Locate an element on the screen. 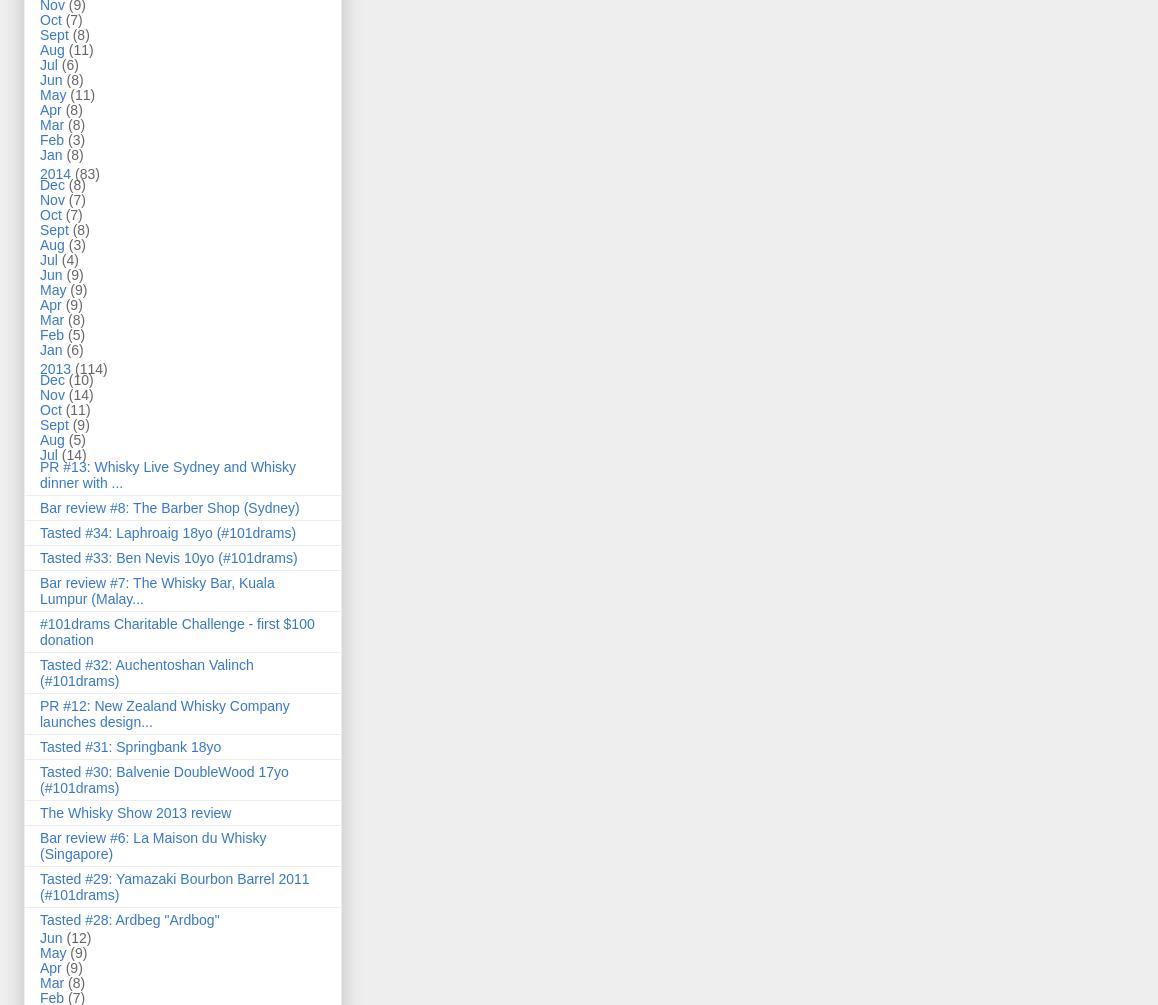 The image size is (1158, 1005). 'Tasted #33: Ben Nevis 10yo (#101drams)' is located at coordinates (167, 555).